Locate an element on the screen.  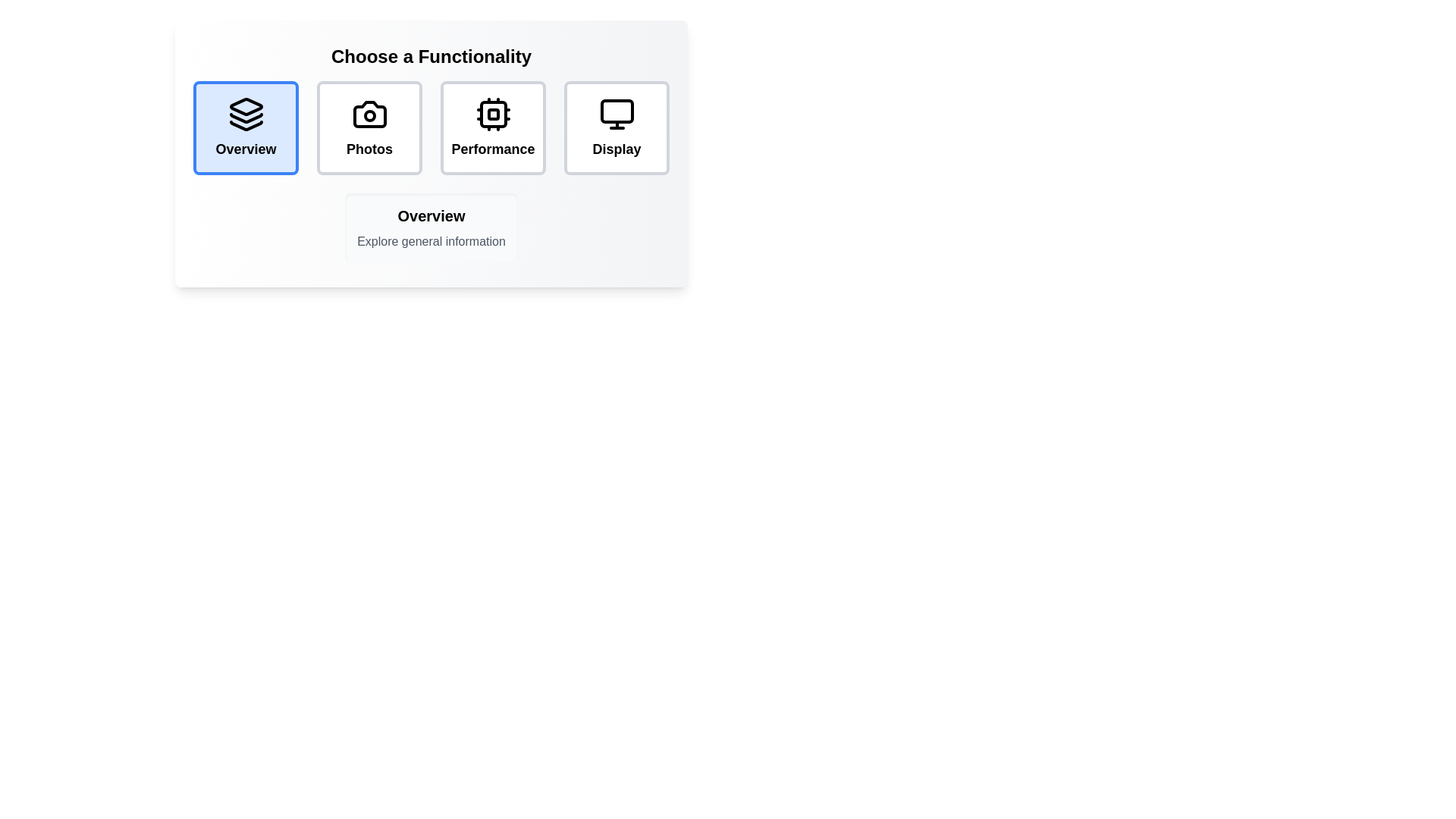
the performance navigation button located between the 'Photos' button and the 'Display' button is located at coordinates (493, 127).